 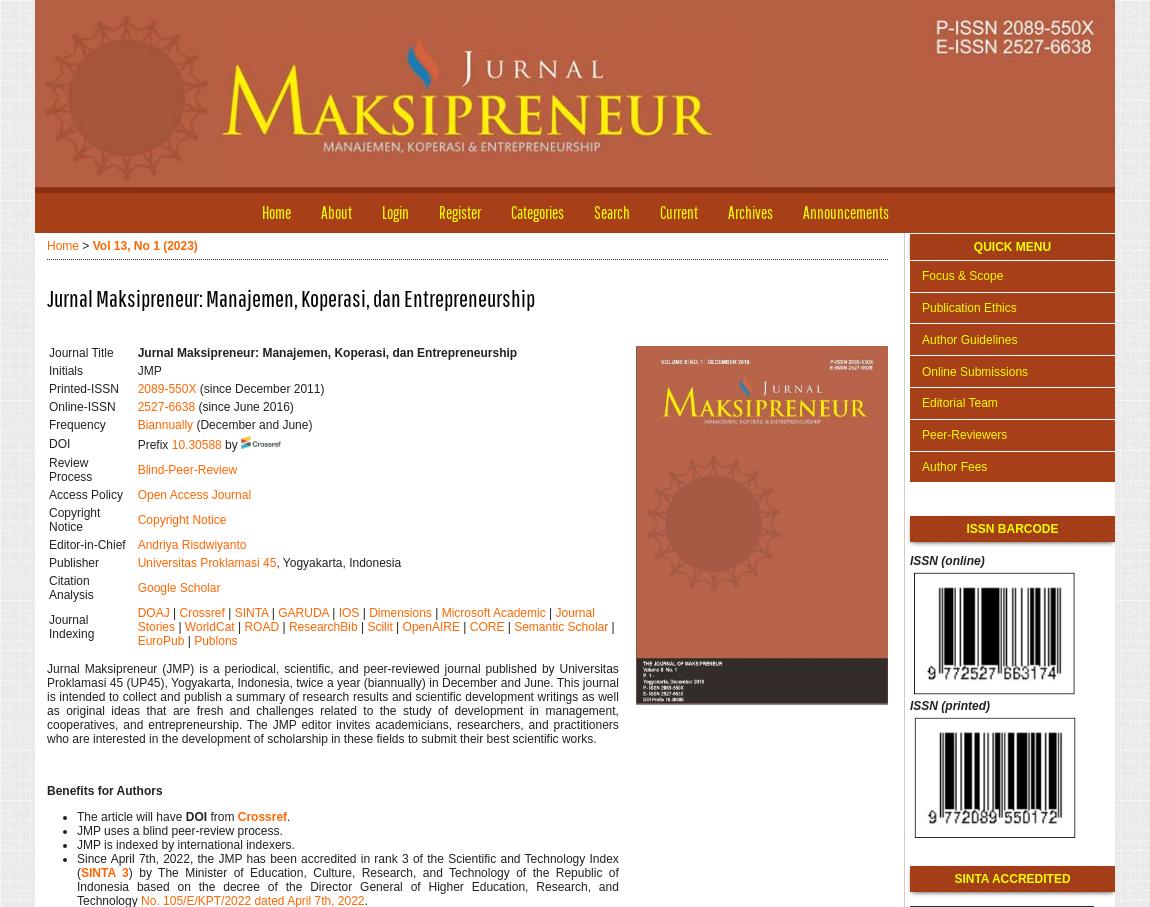 I want to click on 'Blind-Peer-Review', so click(x=135, y=470).